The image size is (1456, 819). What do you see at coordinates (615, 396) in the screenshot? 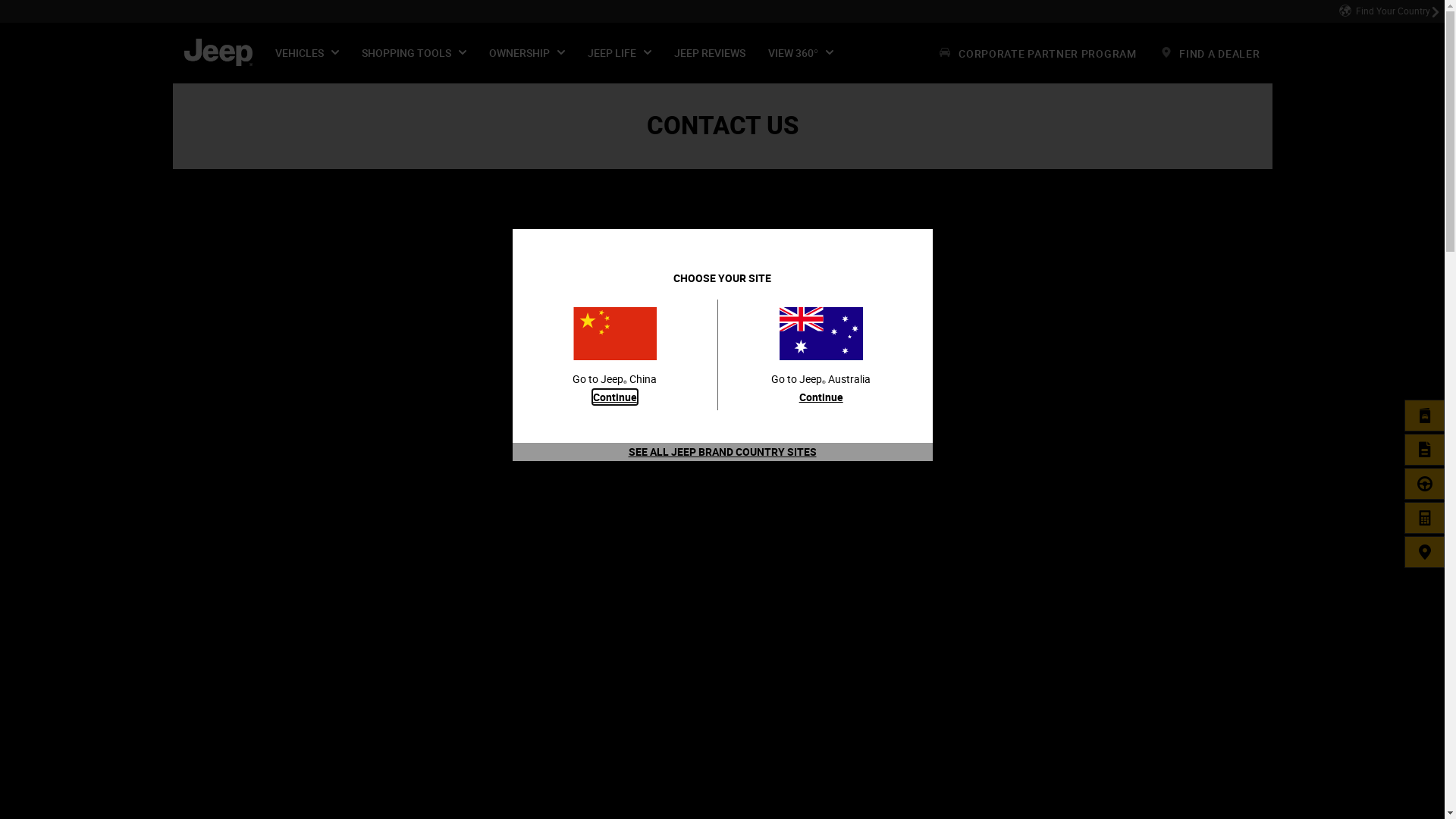
I see `'Continue'` at bounding box center [615, 396].